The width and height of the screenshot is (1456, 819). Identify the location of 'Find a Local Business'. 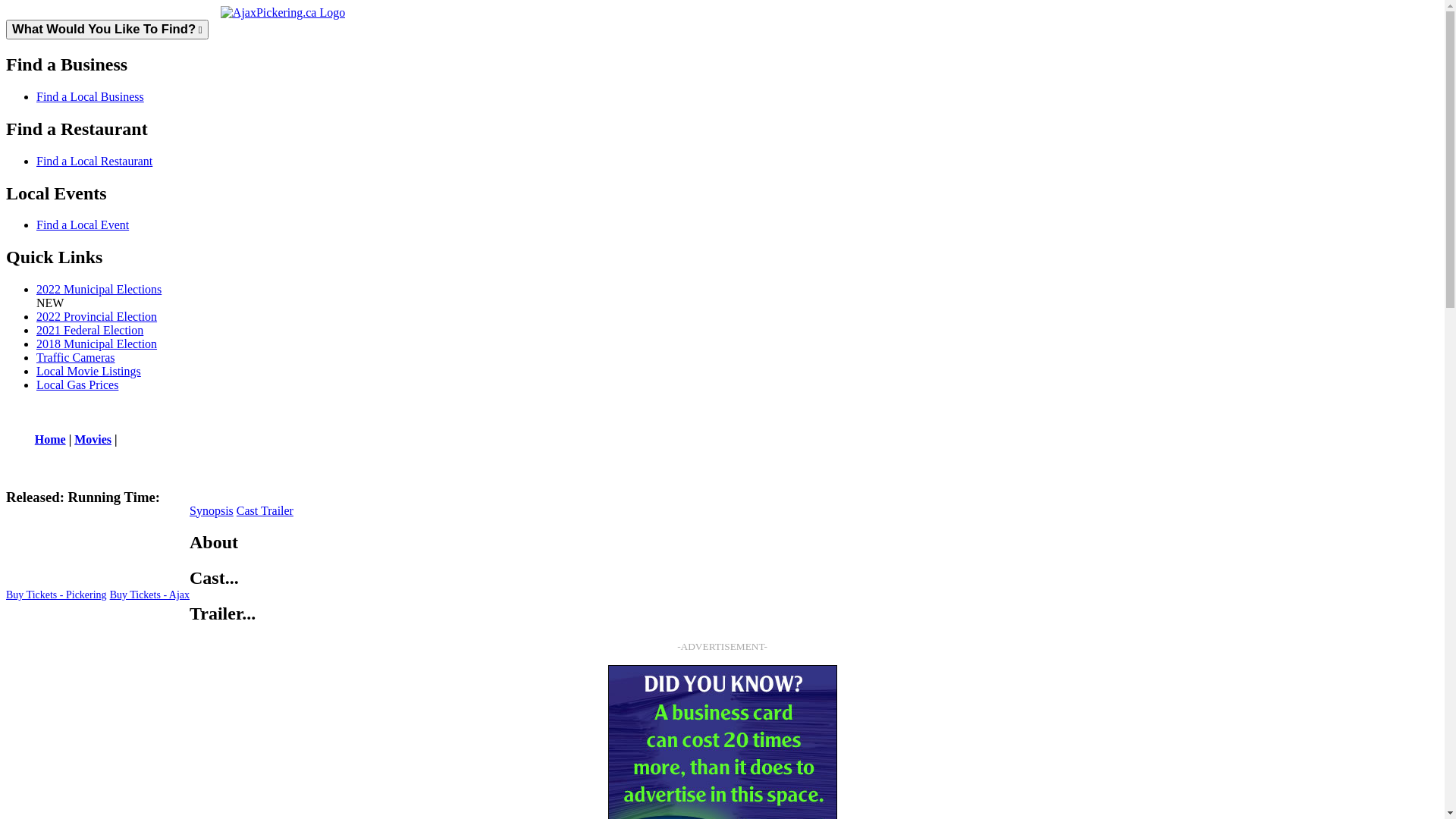
(89, 96).